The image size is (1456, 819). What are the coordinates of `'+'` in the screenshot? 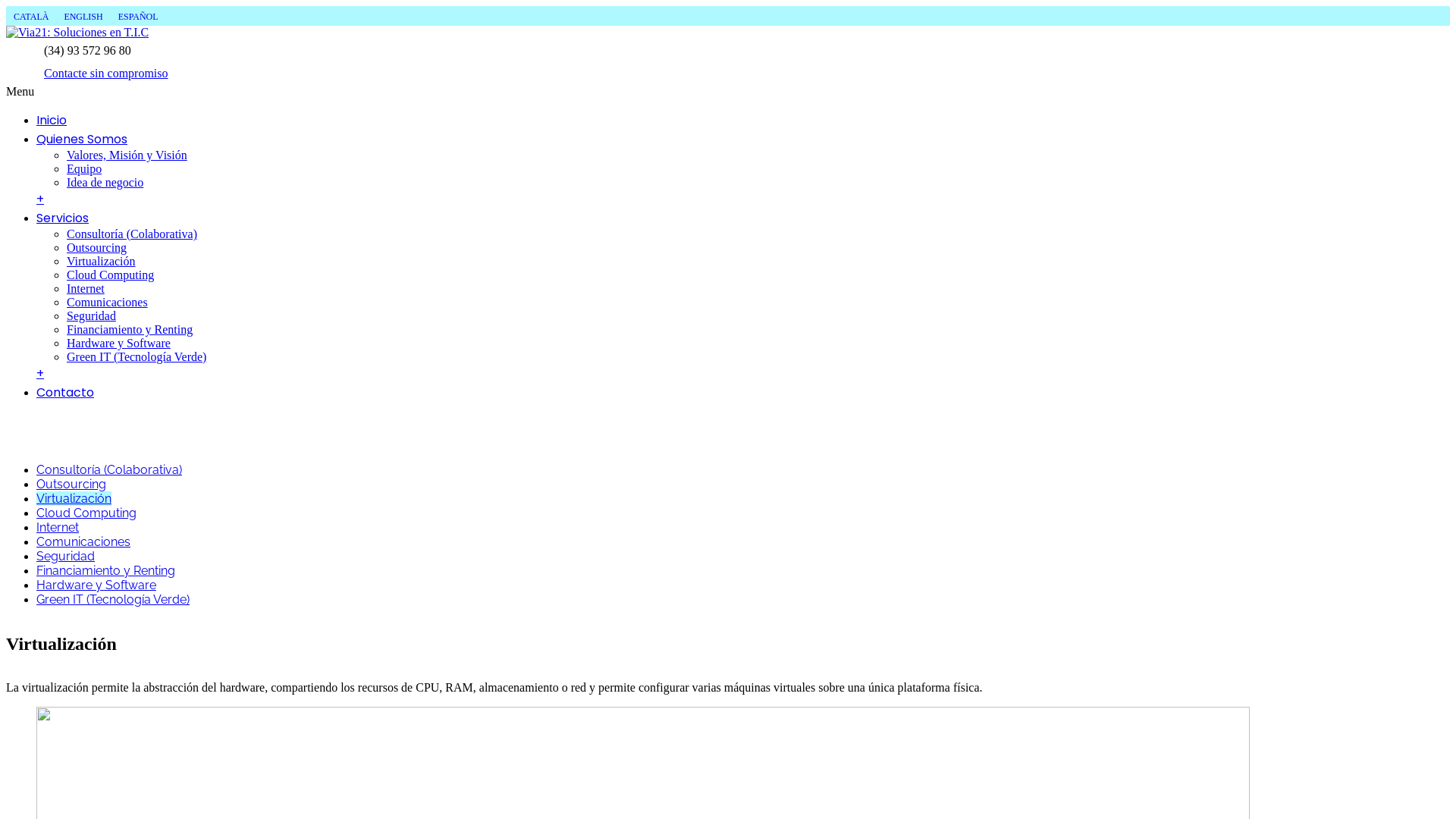 It's located at (39, 198).